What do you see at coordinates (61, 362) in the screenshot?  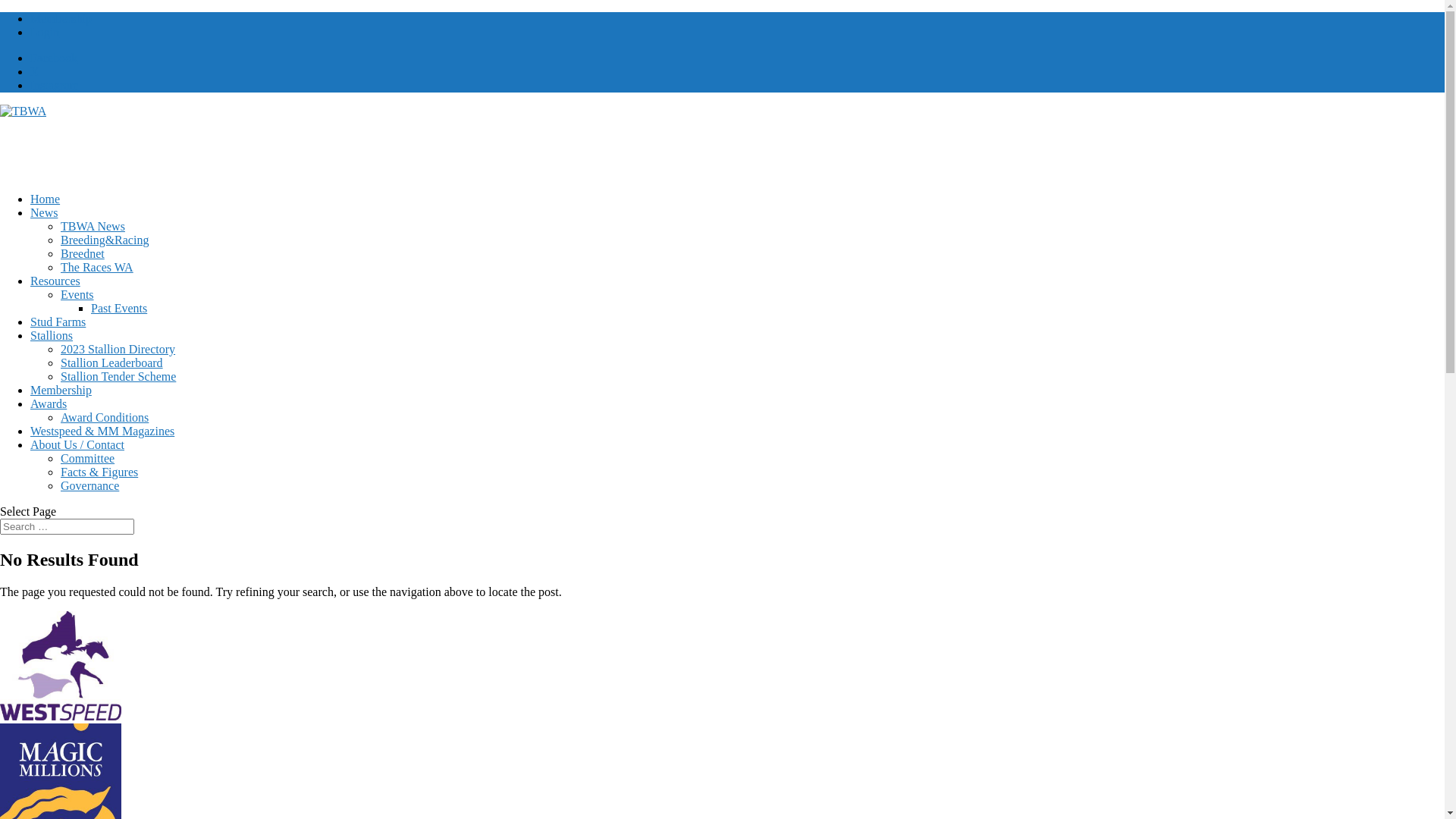 I see `'Stallion Leaderboard'` at bounding box center [61, 362].